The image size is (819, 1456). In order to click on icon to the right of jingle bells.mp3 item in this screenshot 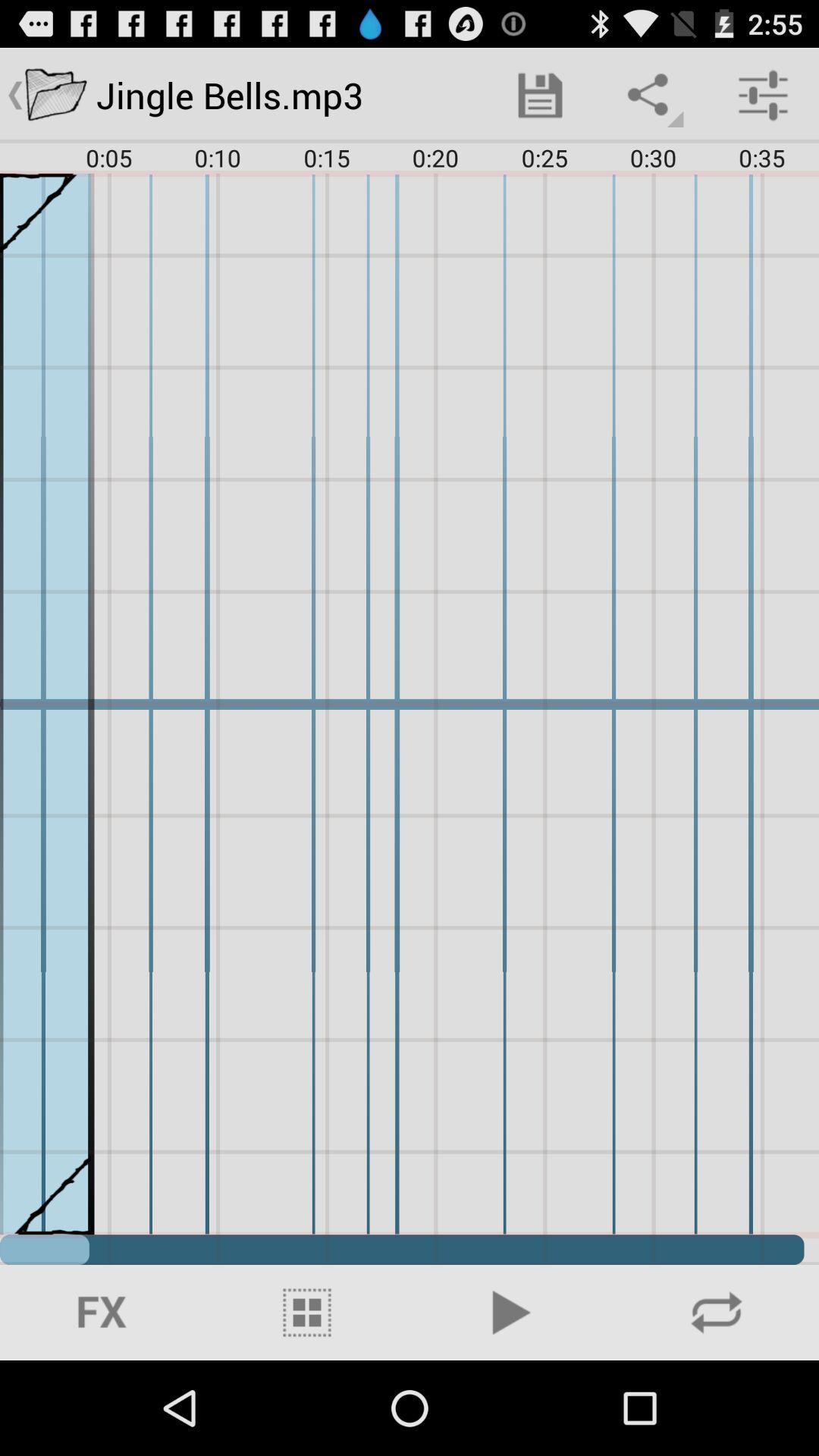, I will do `click(539, 94)`.